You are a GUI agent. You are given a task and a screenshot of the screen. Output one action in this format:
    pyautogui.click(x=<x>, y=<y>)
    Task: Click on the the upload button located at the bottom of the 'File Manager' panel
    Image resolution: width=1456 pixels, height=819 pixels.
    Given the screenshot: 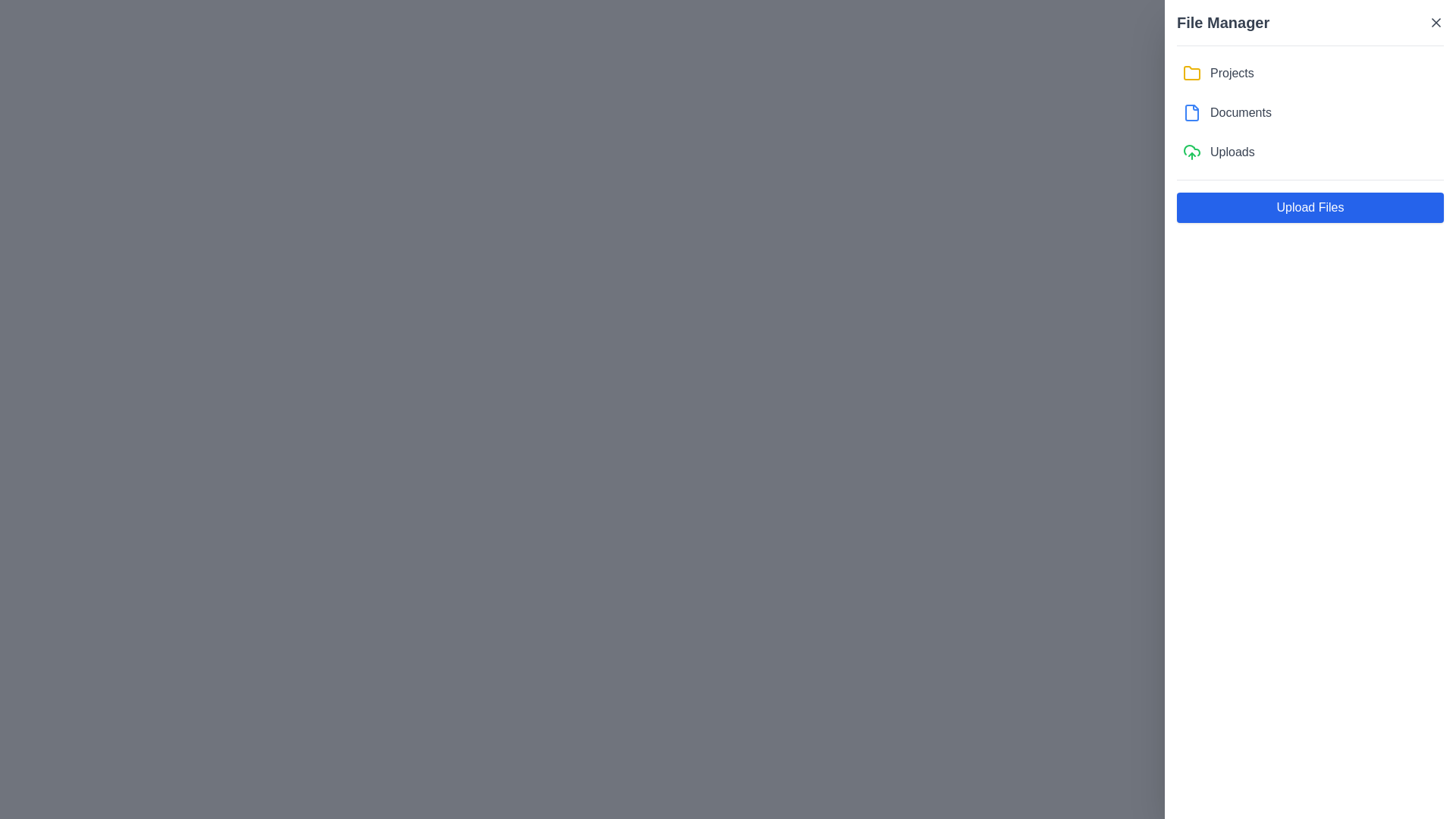 What is the action you would take?
    pyautogui.click(x=1310, y=200)
    